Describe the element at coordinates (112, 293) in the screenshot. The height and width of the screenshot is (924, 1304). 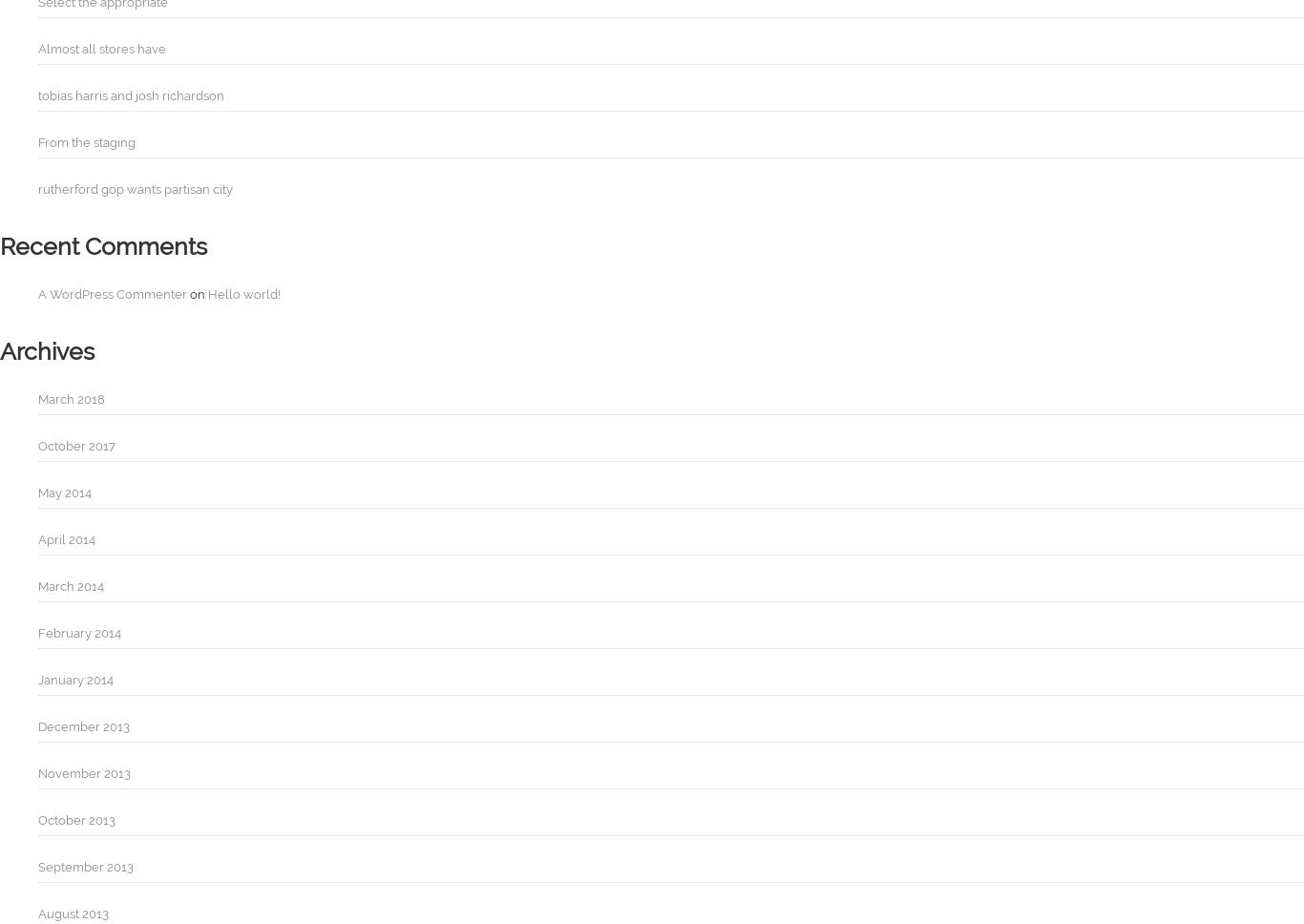
I see `'A WordPress Commenter'` at that location.